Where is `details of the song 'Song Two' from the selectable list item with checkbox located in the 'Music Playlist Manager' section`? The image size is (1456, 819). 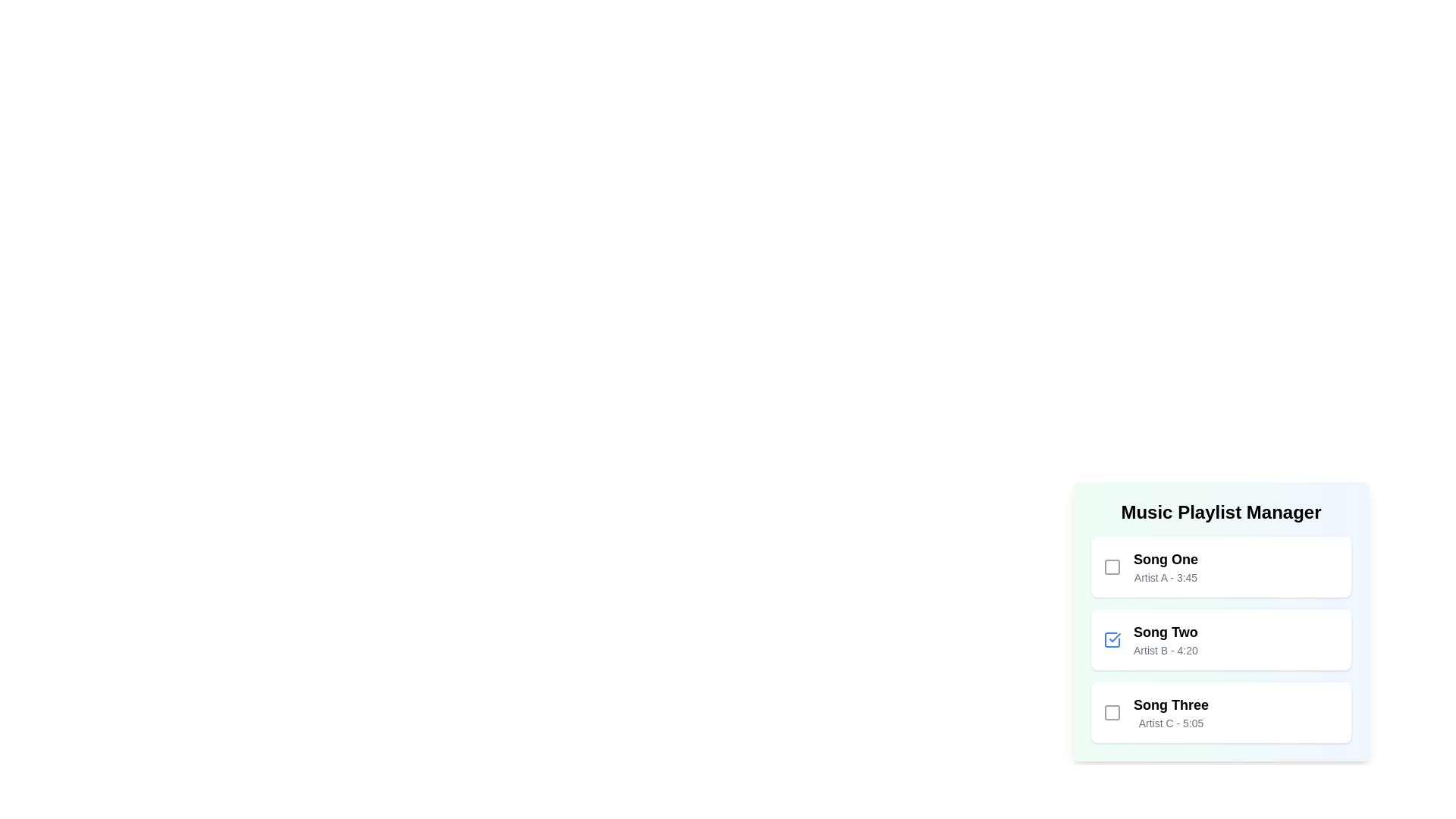
details of the song 'Song Two' from the selectable list item with checkbox located in the 'Music Playlist Manager' section is located at coordinates (1221, 622).